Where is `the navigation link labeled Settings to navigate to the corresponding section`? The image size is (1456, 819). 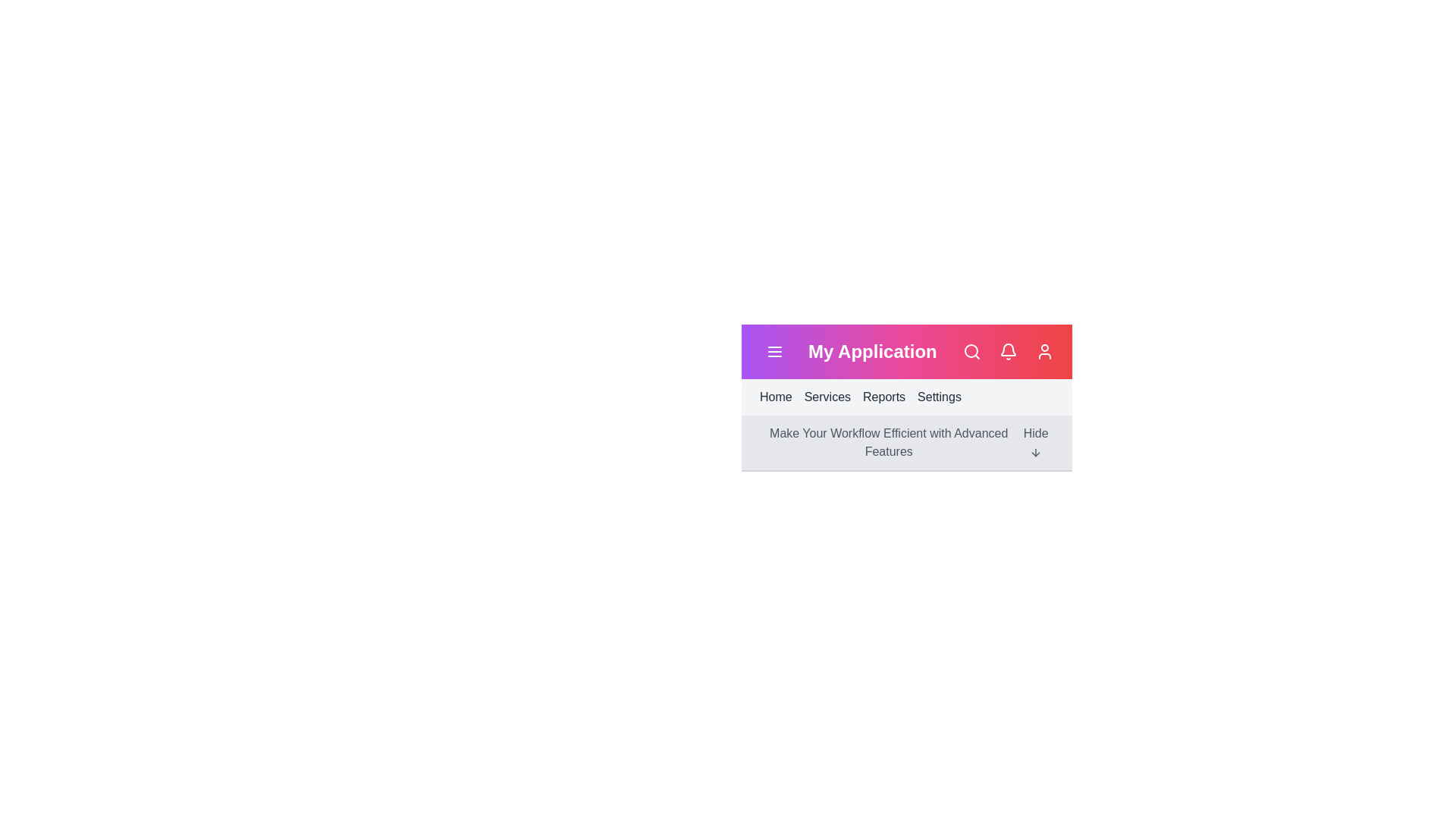
the navigation link labeled Settings to navigate to the corresponding section is located at coordinates (938, 397).